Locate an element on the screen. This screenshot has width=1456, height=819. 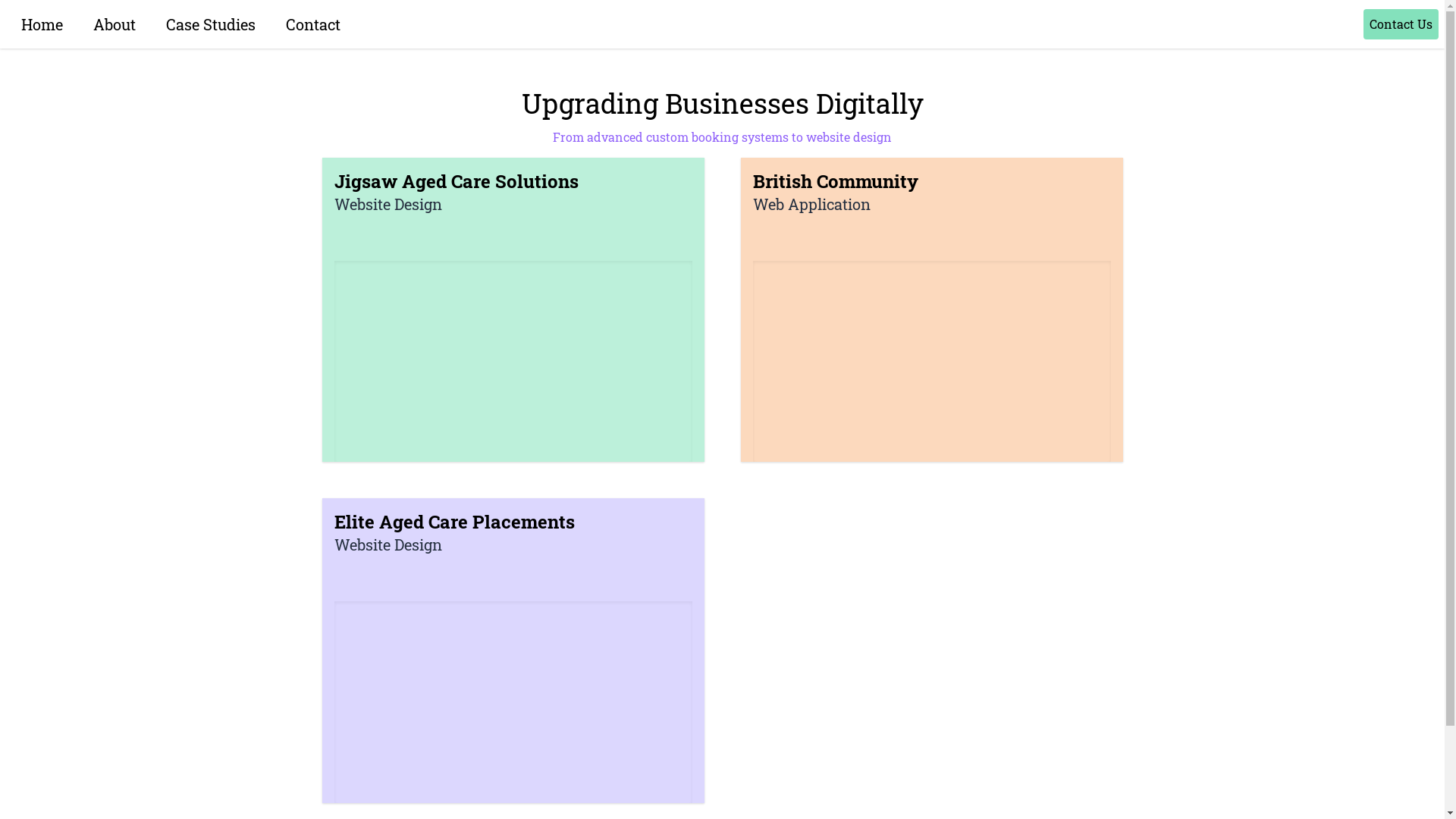
'About' is located at coordinates (113, 24).